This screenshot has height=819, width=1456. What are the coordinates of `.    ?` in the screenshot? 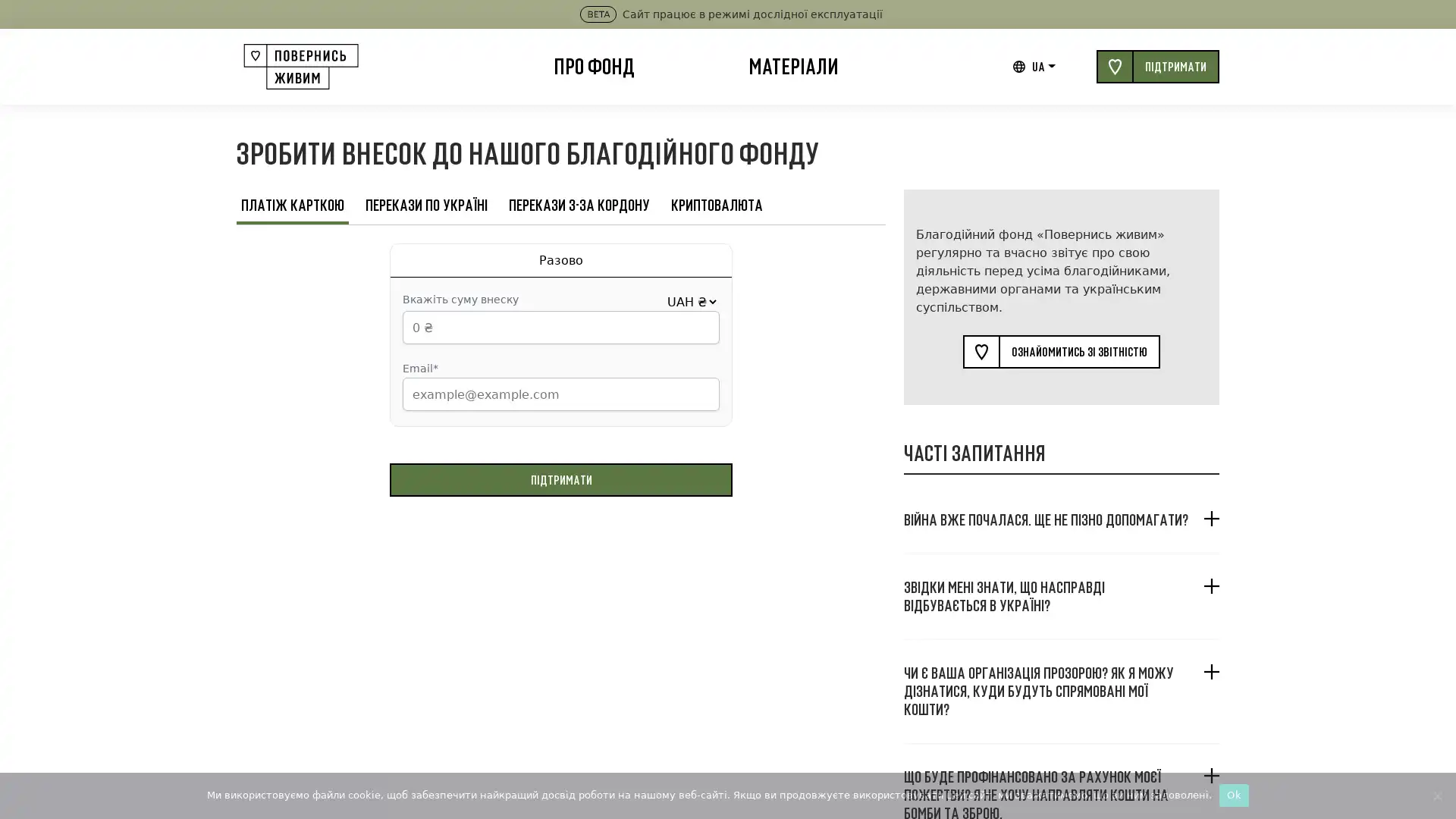 It's located at (1061, 519).